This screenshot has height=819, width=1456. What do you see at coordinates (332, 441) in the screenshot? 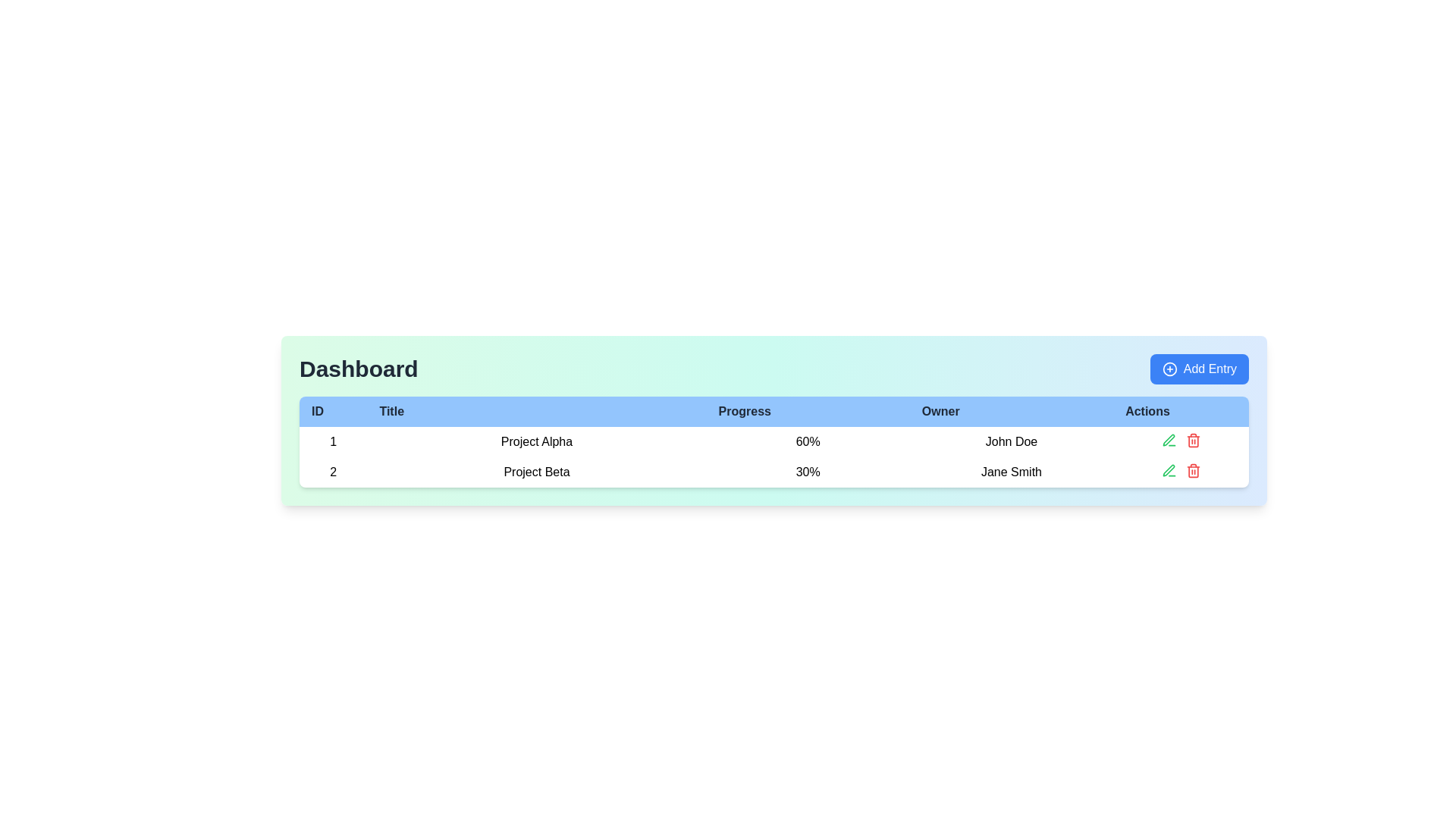
I see `the text label that identifies the first record in the table, located in the first row of the 'ID' column, directly above '2'` at bounding box center [332, 441].